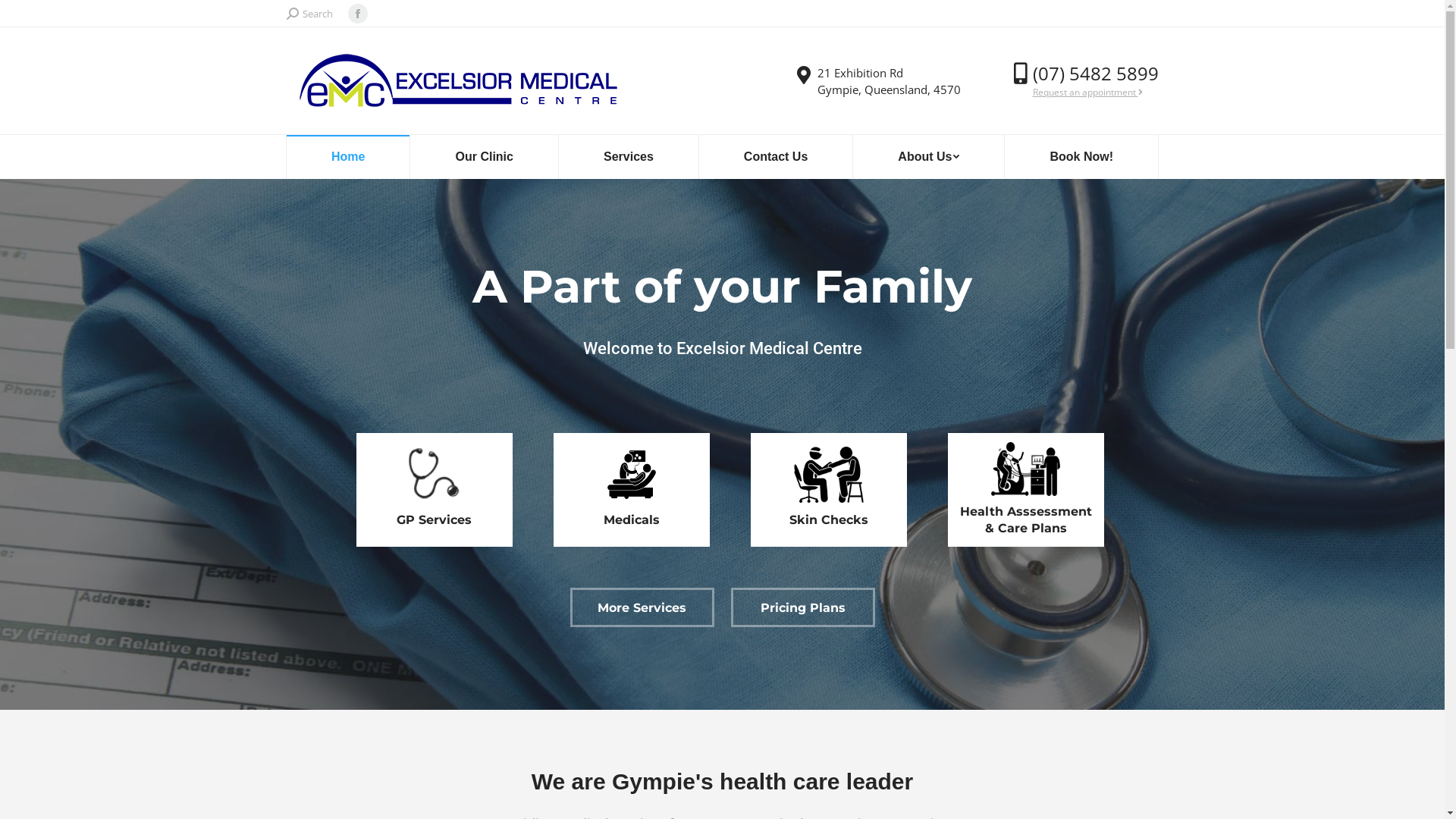  I want to click on 'Search', so click(287, 13).